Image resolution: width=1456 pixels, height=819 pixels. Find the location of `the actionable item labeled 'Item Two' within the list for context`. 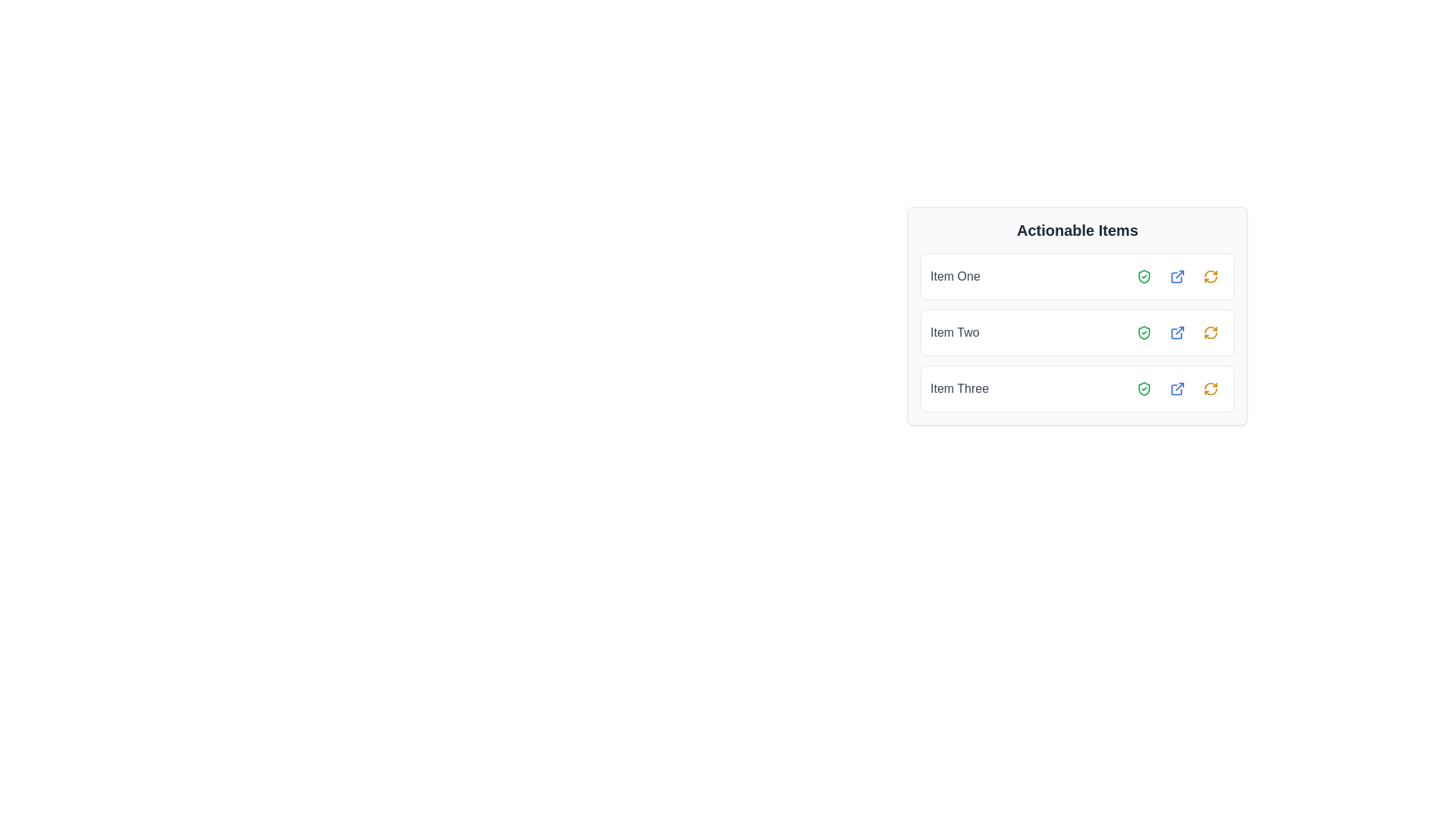

the actionable item labeled 'Item Two' within the list for context is located at coordinates (1076, 332).